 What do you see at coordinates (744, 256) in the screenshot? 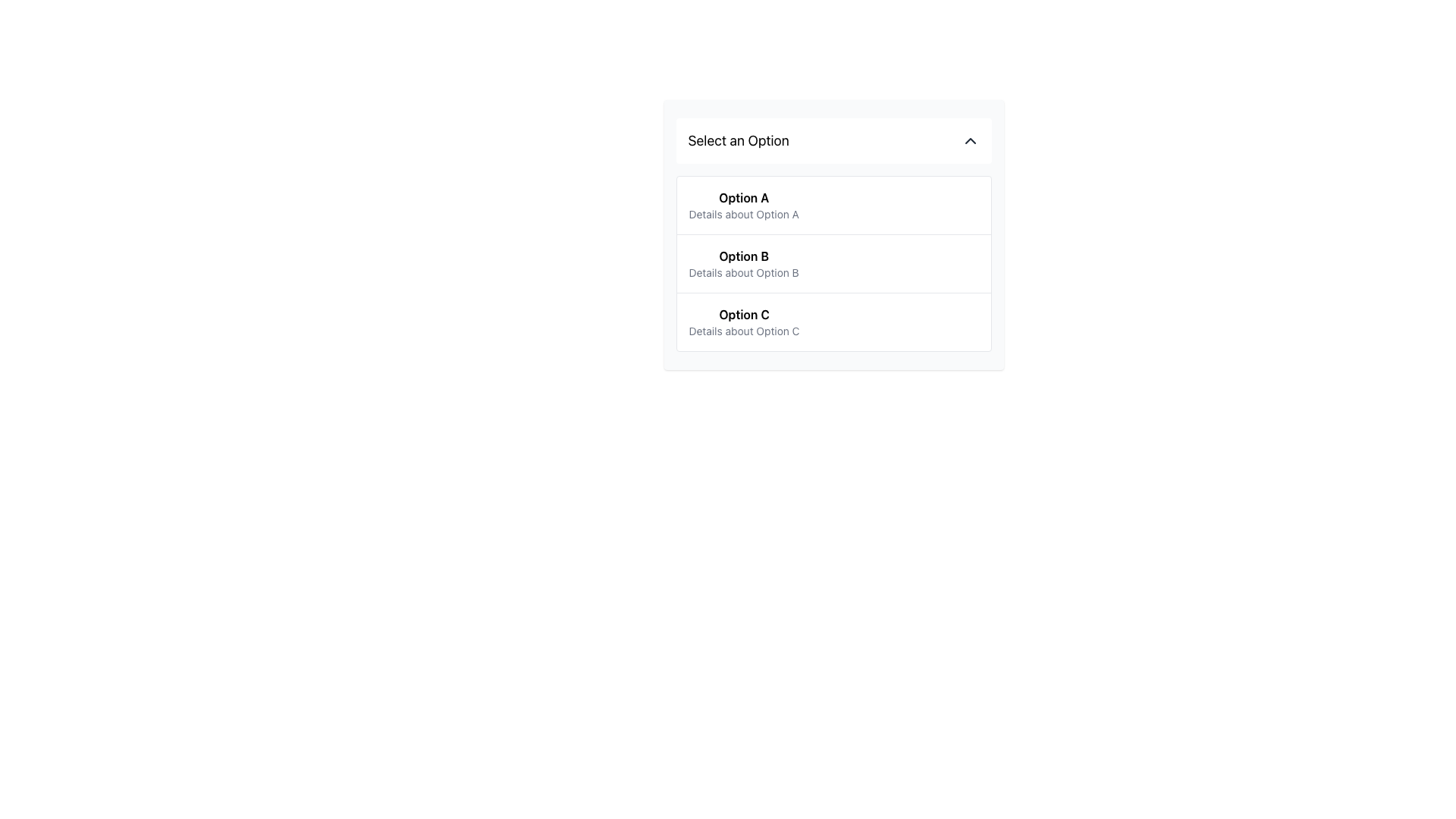
I see `the text label 'Option B' which serves as the label for the second option in the dropdown menu` at bounding box center [744, 256].